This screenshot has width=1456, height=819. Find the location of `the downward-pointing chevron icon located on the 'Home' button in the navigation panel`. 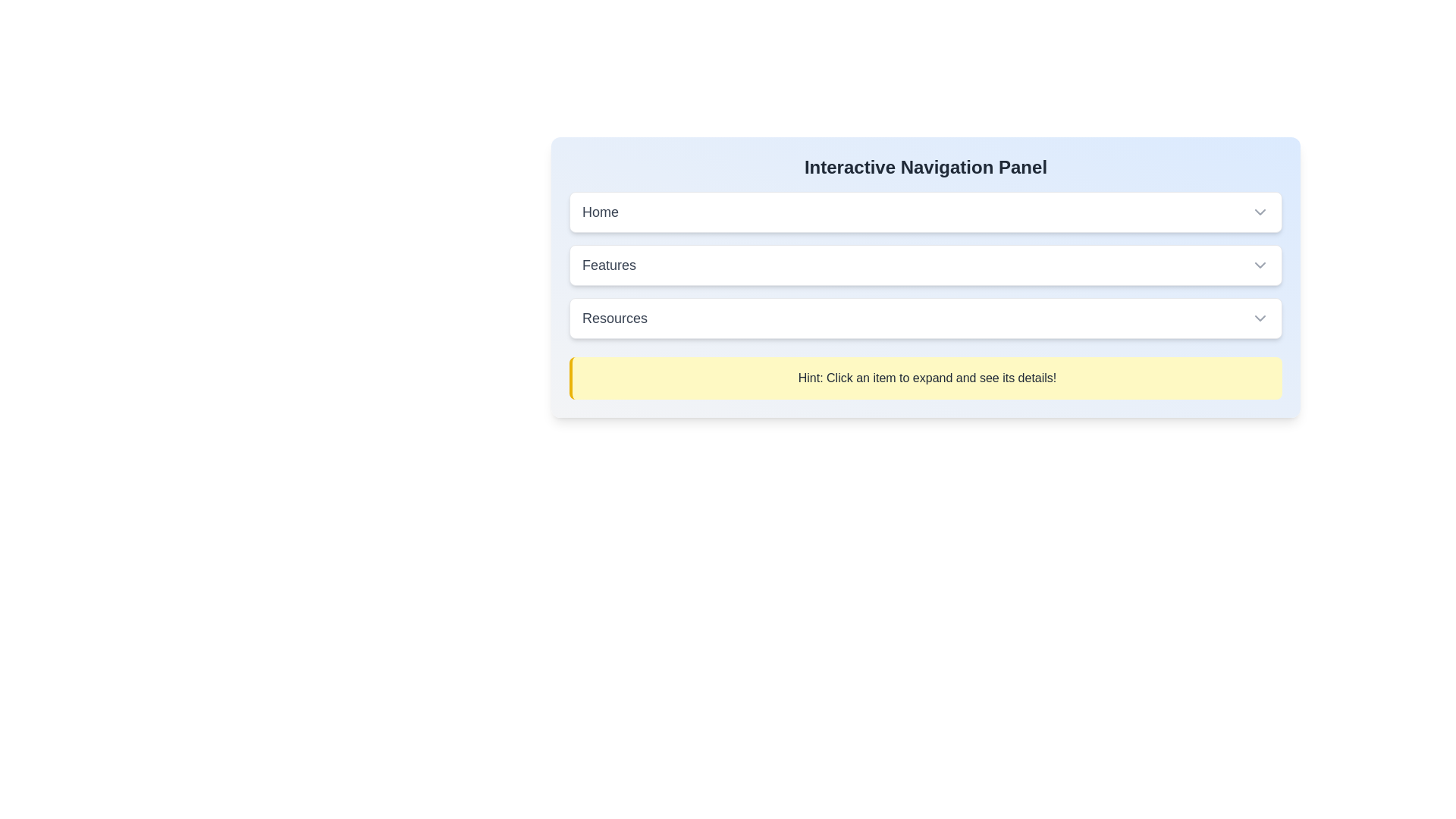

the downward-pointing chevron icon located on the 'Home' button in the navigation panel is located at coordinates (1260, 212).